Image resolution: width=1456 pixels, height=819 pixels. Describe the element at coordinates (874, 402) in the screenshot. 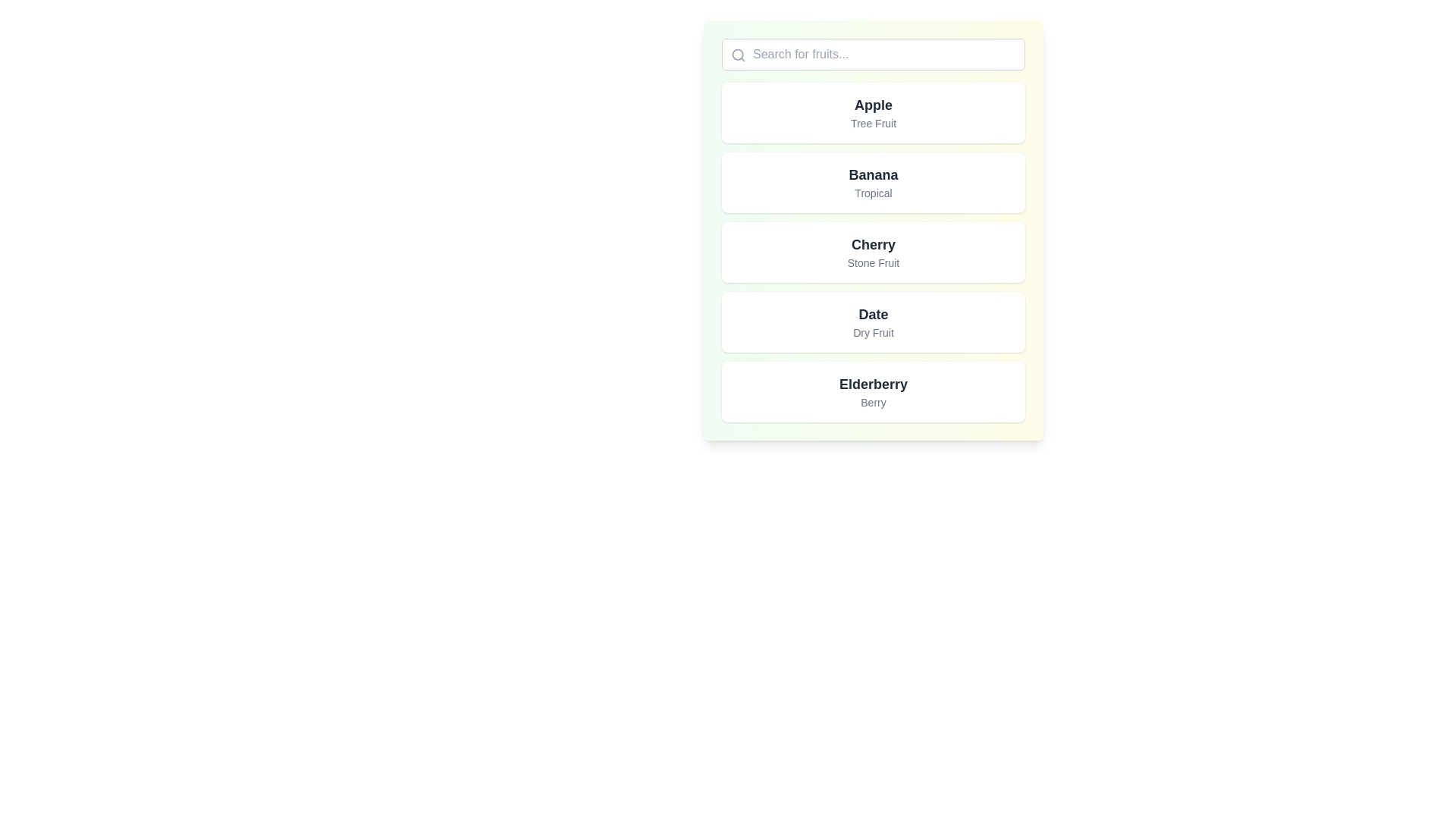

I see `the descriptive text label located directly below the 'Elderberry' title in the fifth item of a vertically stacked list` at that location.